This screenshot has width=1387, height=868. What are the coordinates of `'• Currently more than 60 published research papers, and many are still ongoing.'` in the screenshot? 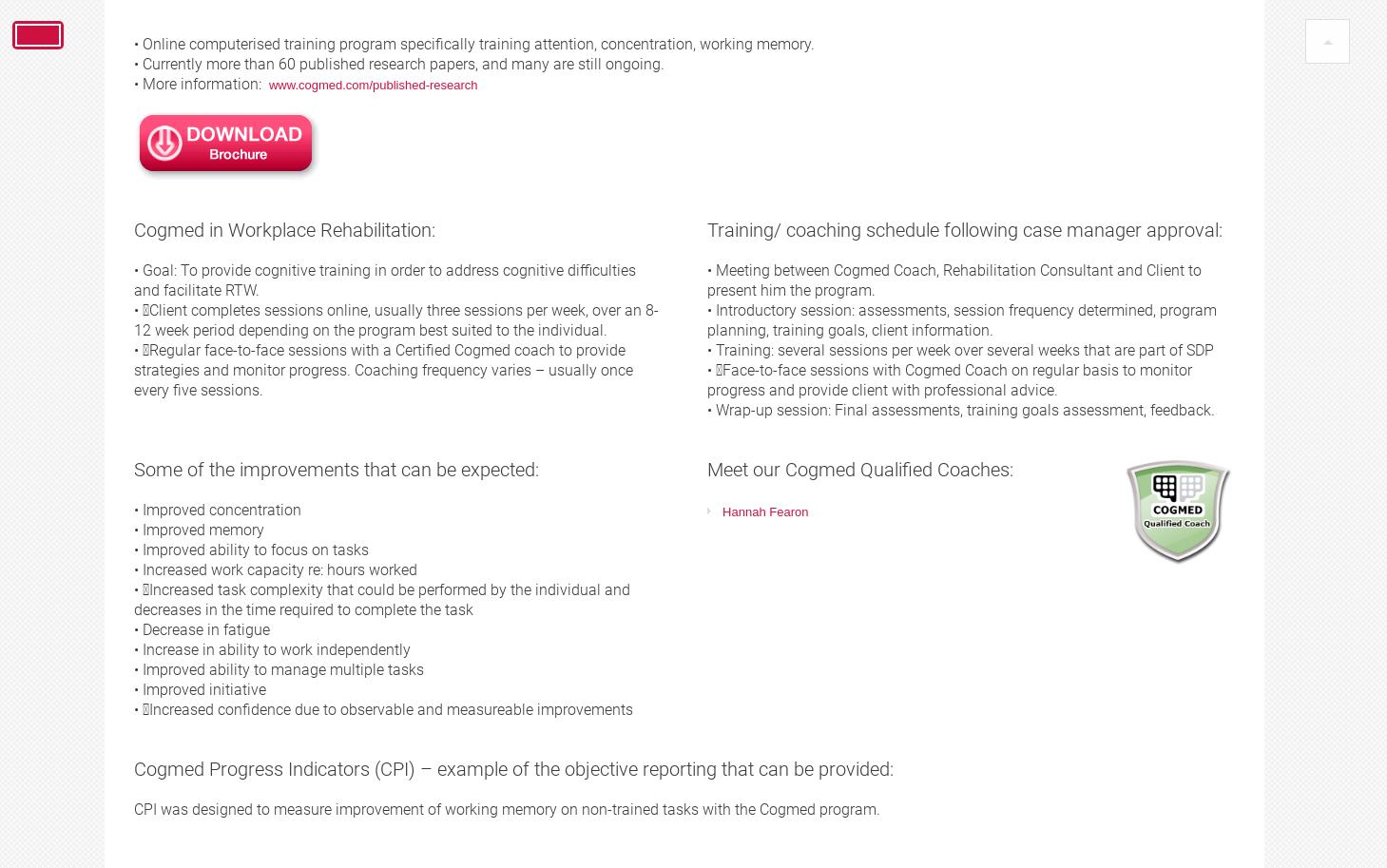 It's located at (398, 63).